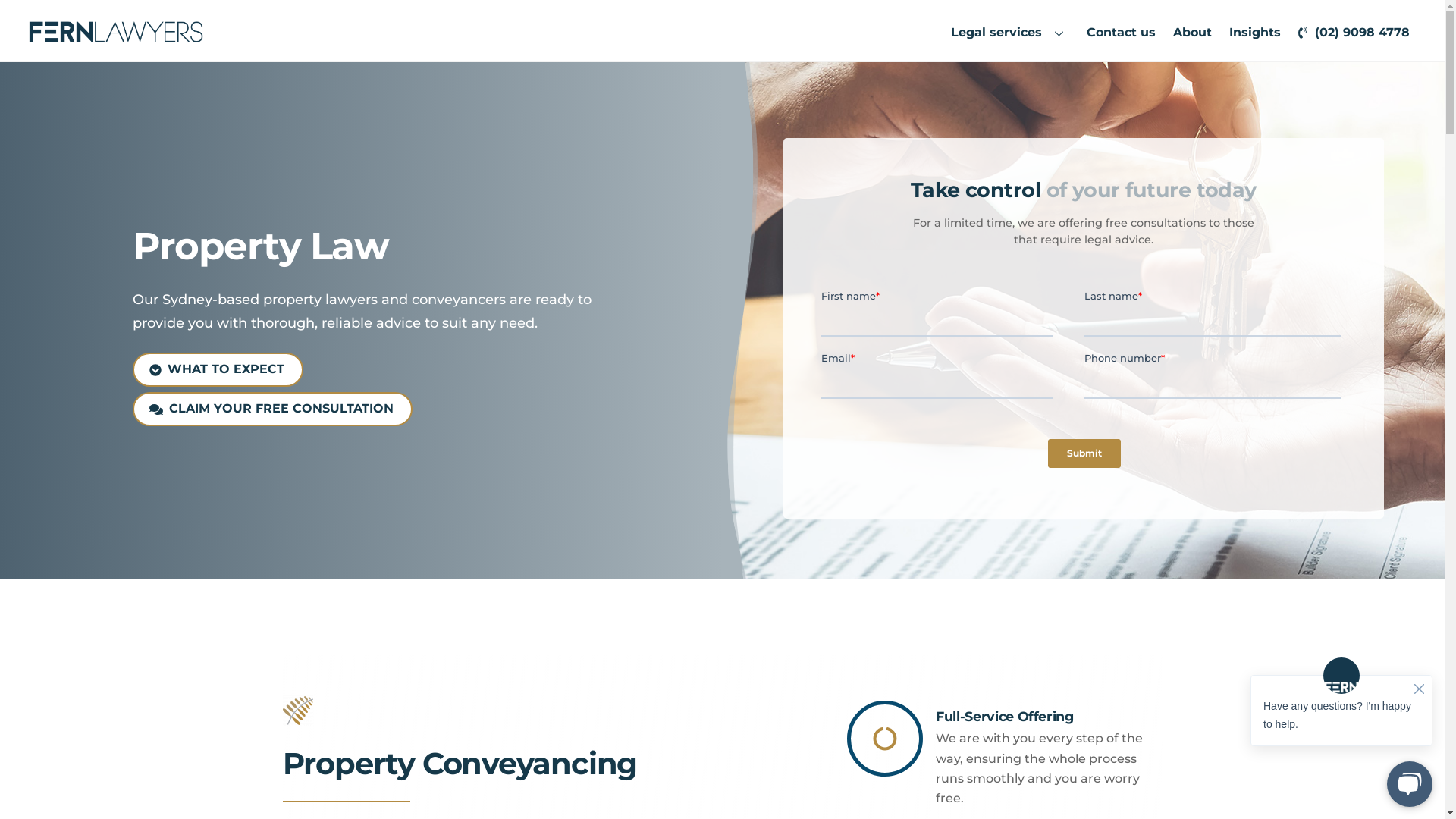  I want to click on 'Insights', so click(1222, 32).